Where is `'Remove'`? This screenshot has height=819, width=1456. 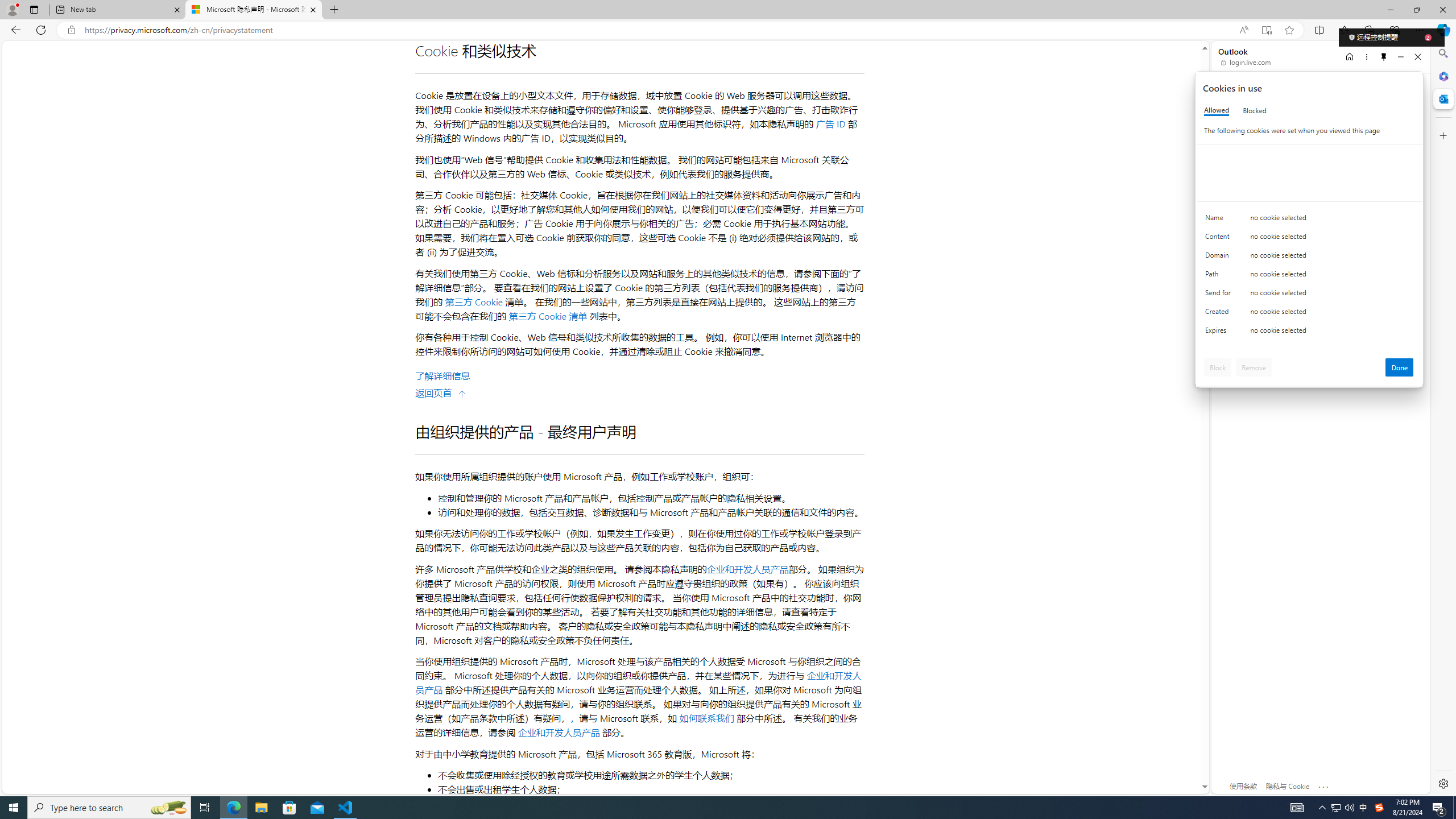 'Remove' is located at coordinates (1254, 367).